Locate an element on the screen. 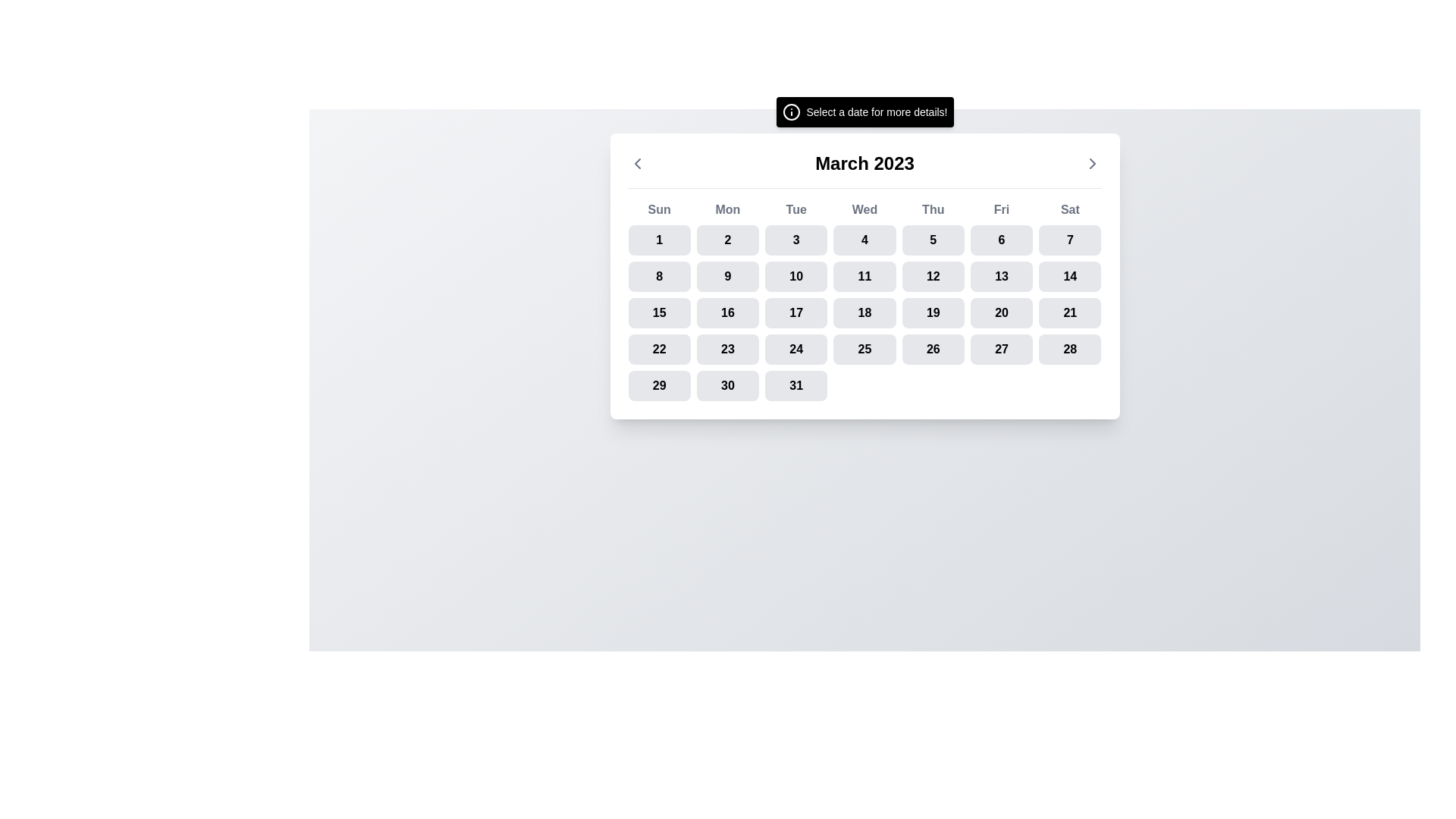  the 'Fri' text label in the header of the calendar layout, which is styled in gray and centered within the sixth column of weekday labels is located at coordinates (1002, 210).